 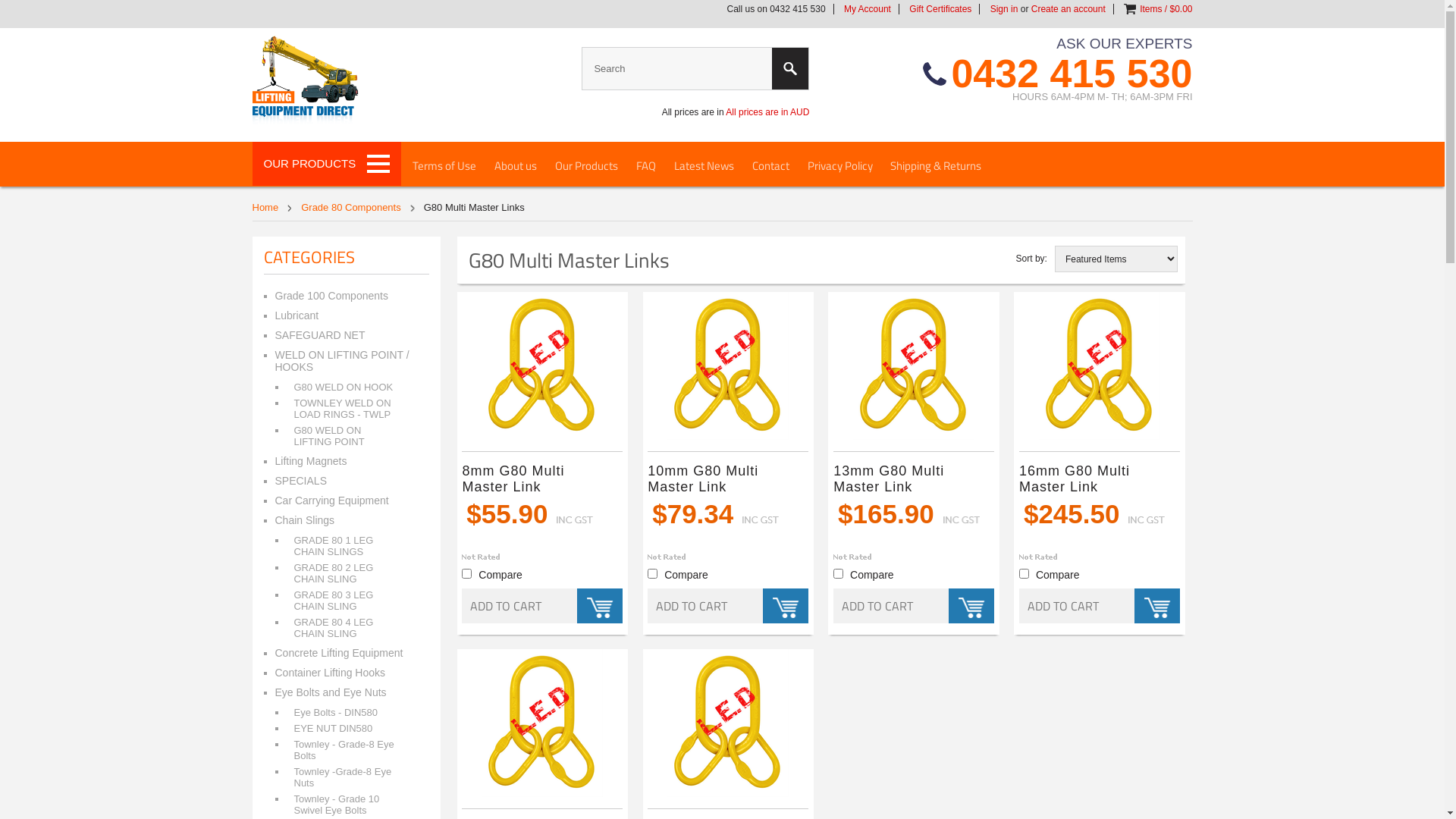 What do you see at coordinates (1129, 8) in the screenshot?
I see `'View Cart'` at bounding box center [1129, 8].